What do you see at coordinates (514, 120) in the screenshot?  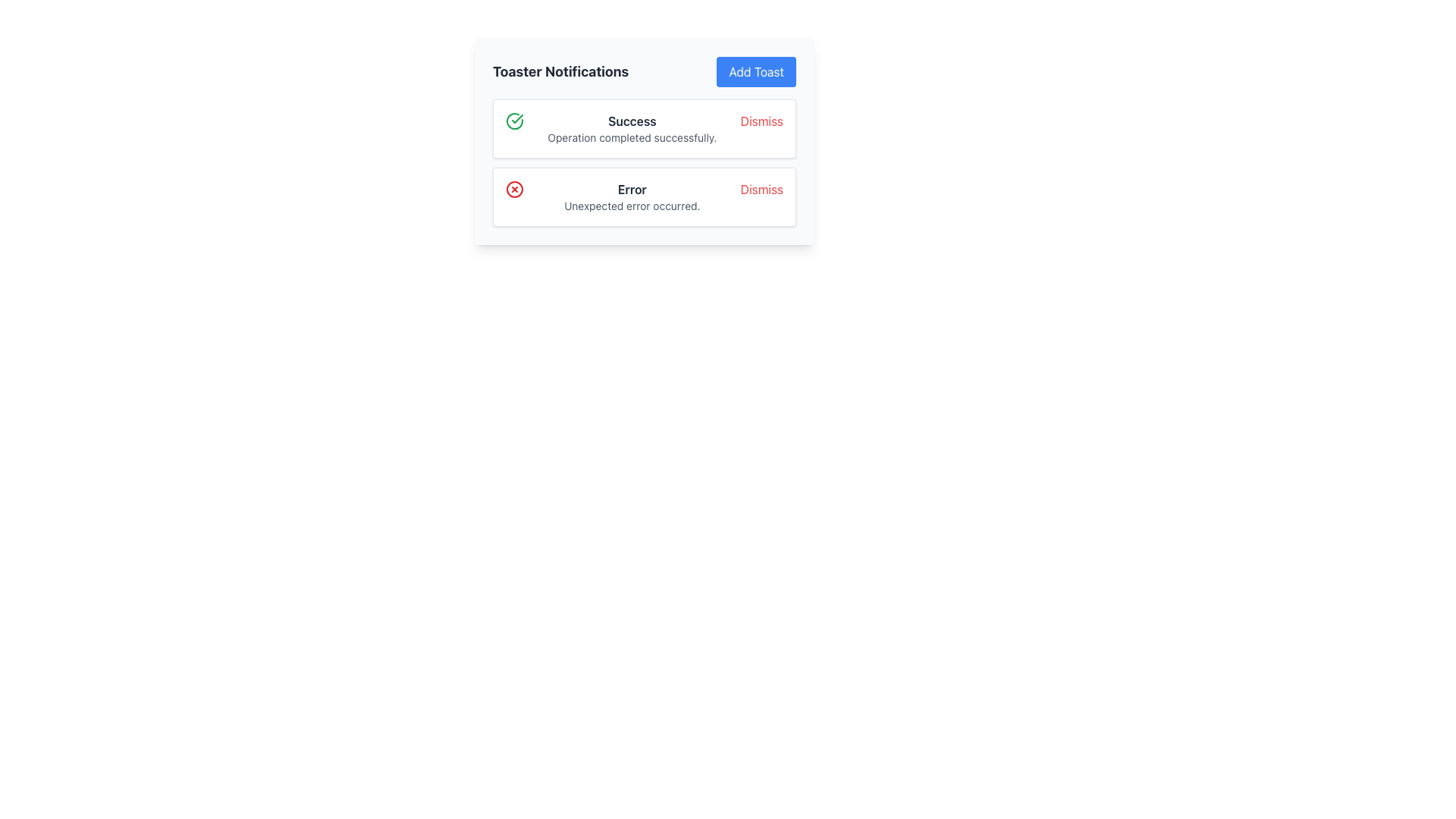 I see `the green circular icon with a checkmark inside, which indicates success, located on the left side of the first notification card in the toaster notifications section` at bounding box center [514, 120].